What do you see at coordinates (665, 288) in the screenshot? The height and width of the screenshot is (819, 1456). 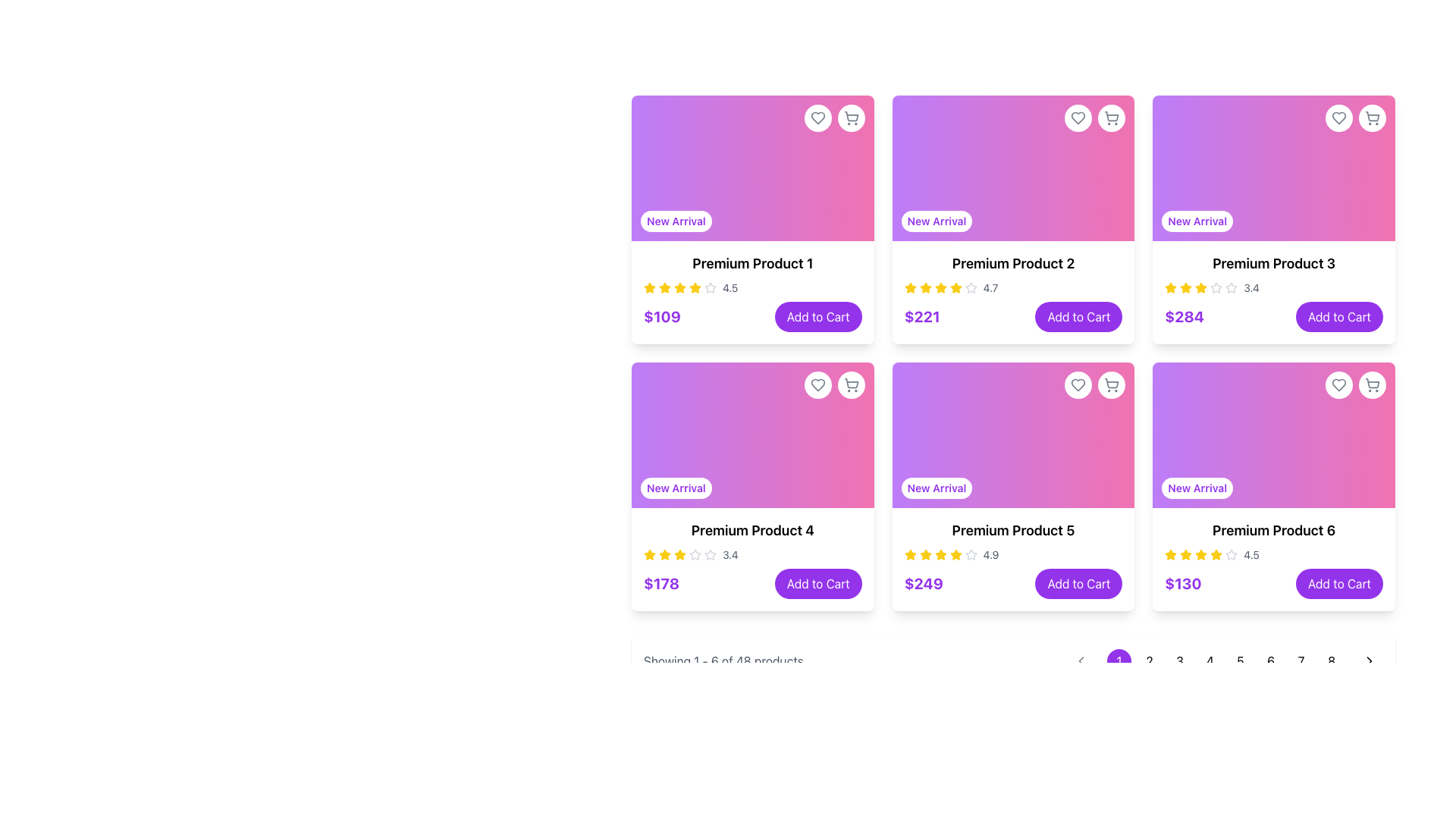 I see `the star icon representing the third star in the rating system for the 'Premium Product 1' card, which visually depicts a 4.5 rating` at bounding box center [665, 288].